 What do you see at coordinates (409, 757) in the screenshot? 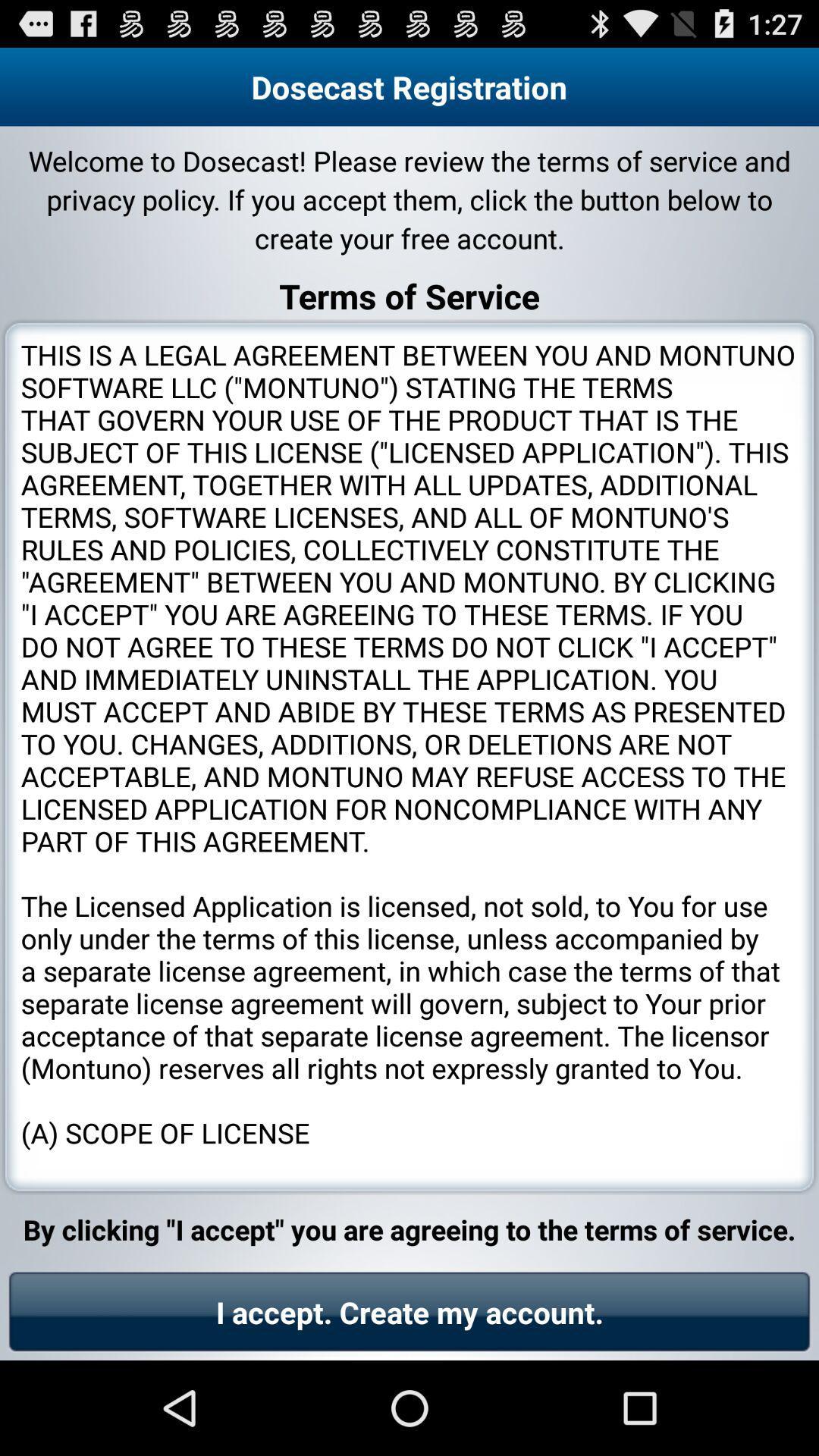
I see `the icon above the by clicking i item` at bounding box center [409, 757].